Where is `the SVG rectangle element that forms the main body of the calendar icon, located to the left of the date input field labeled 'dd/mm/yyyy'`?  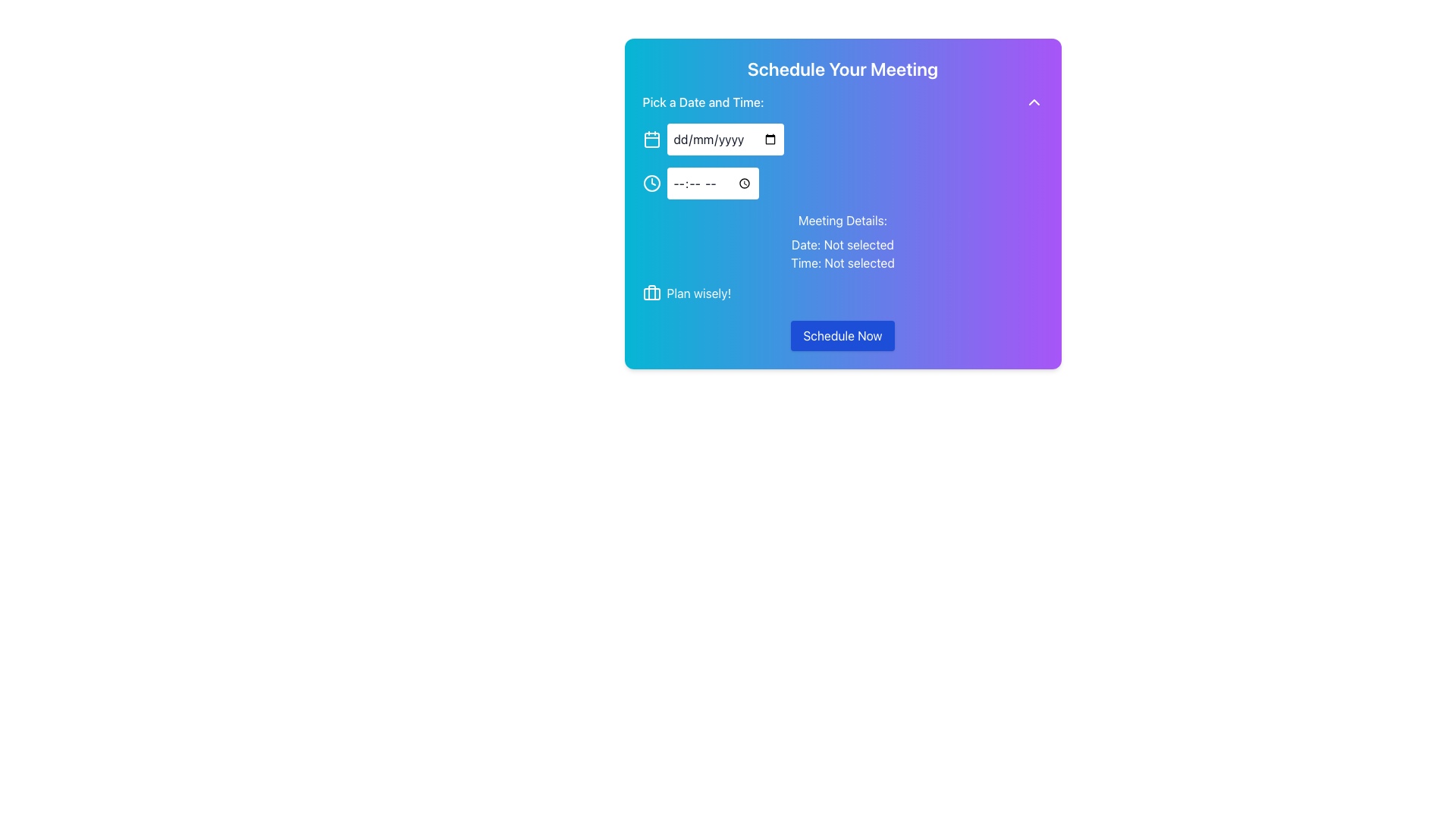 the SVG rectangle element that forms the main body of the calendar icon, located to the left of the date input field labeled 'dd/mm/yyyy' is located at coordinates (651, 140).